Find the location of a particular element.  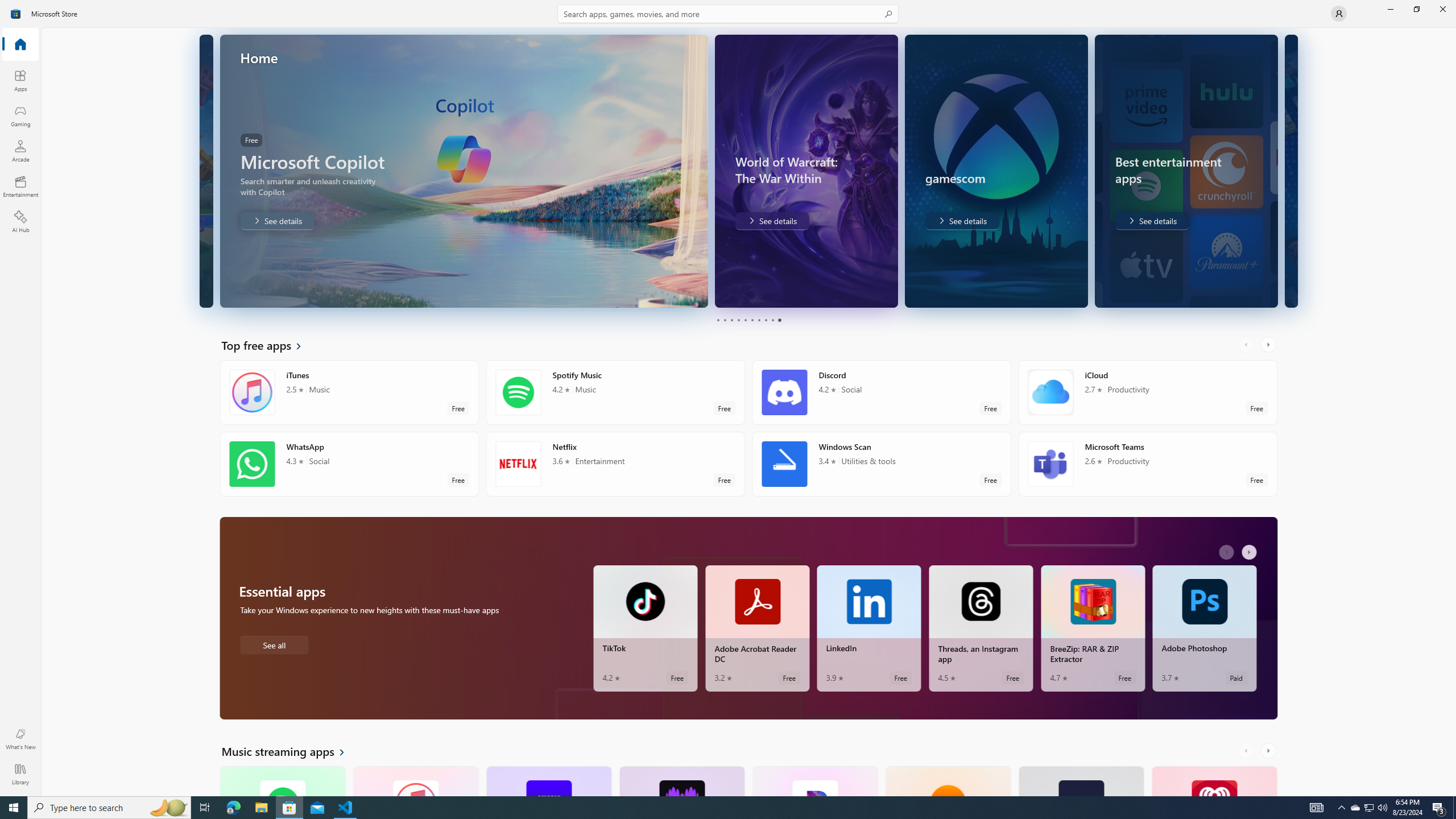

'What' is located at coordinates (19, 738).